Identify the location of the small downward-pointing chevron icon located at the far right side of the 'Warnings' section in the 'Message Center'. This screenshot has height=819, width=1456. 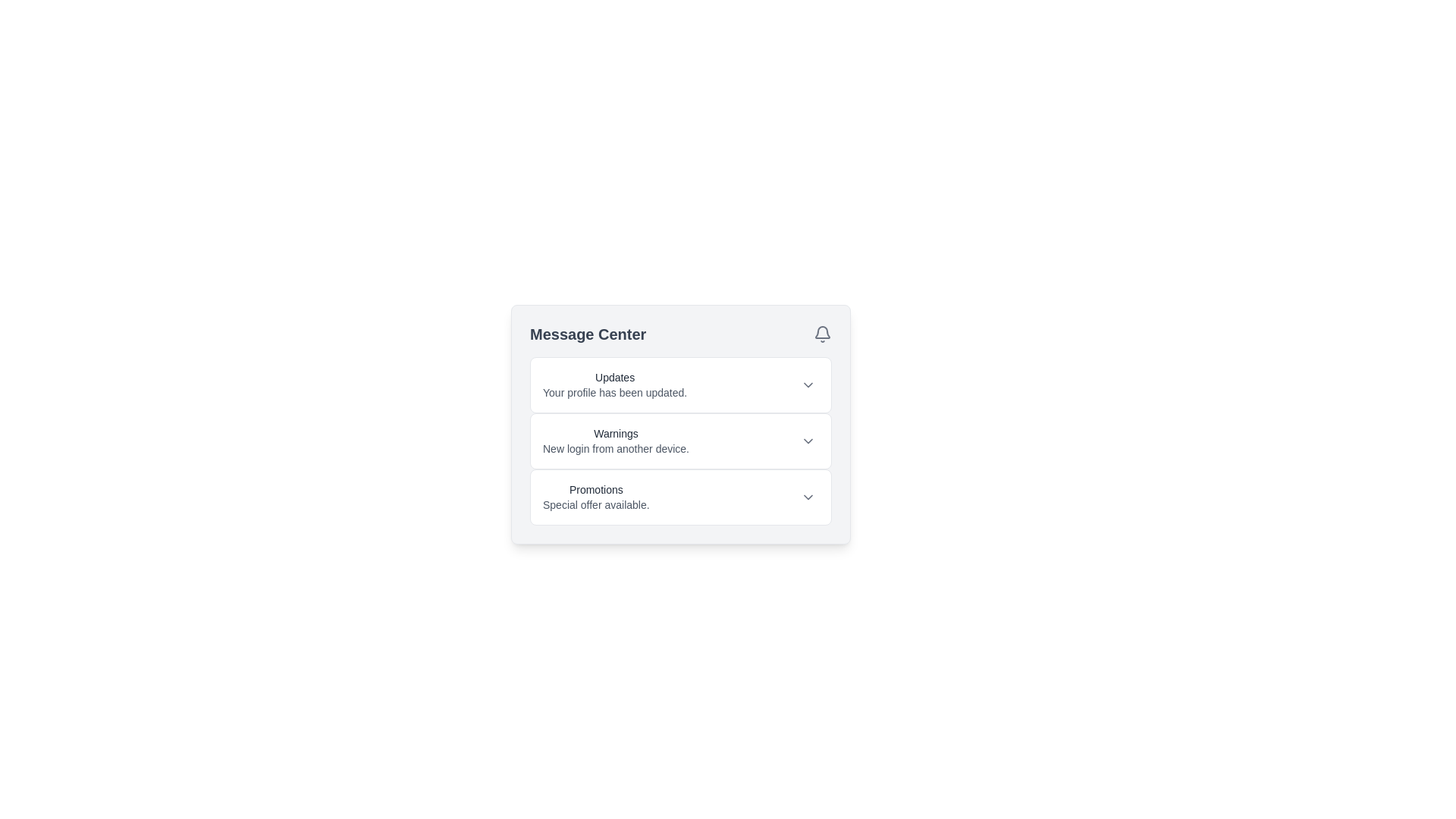
(807, 441).